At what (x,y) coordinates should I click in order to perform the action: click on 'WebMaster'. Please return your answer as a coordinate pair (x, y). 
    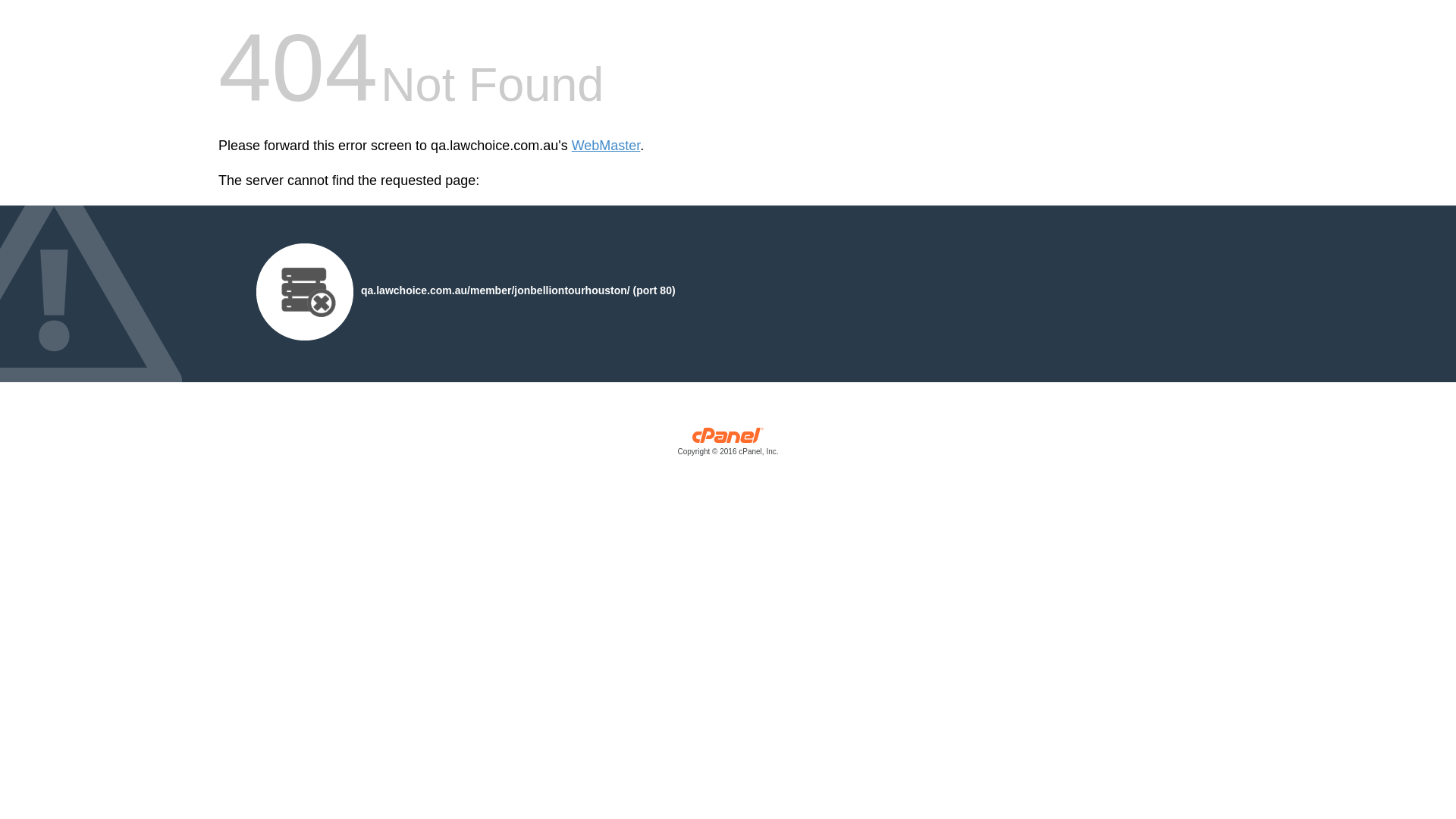
    Looking at the image, I should click on (570, 146).